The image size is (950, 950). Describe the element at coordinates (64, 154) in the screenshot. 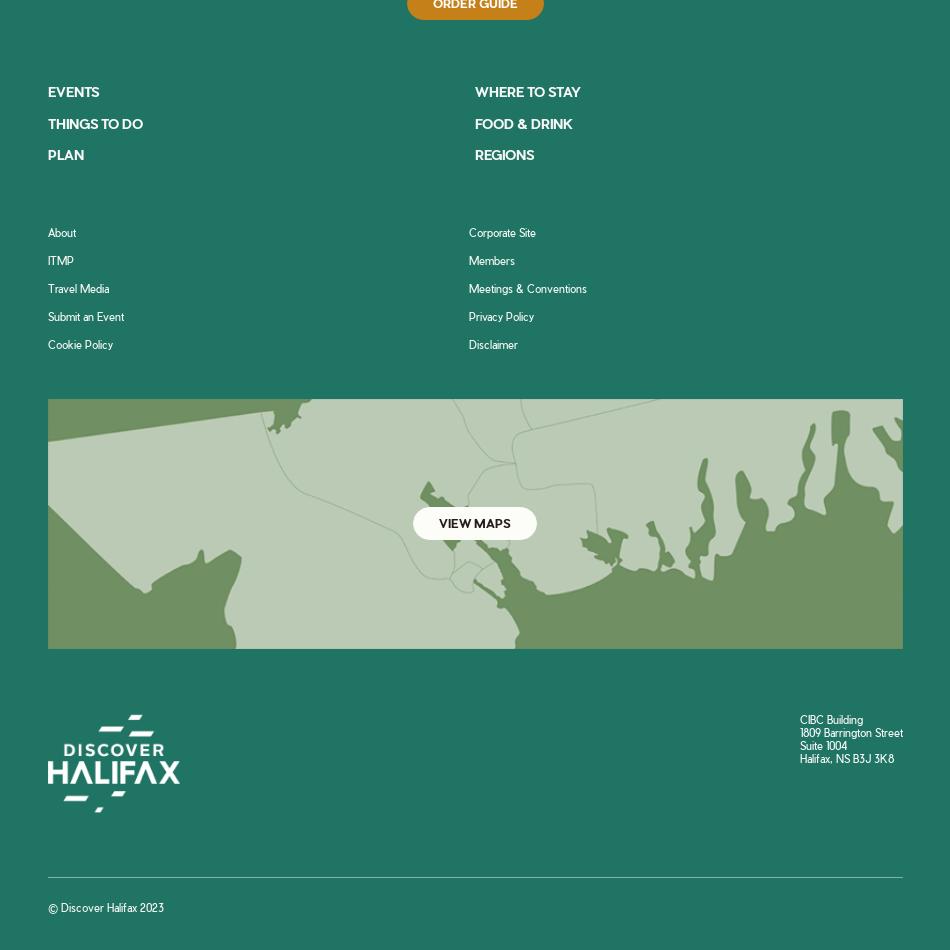

I see `'Plan'` at that location.